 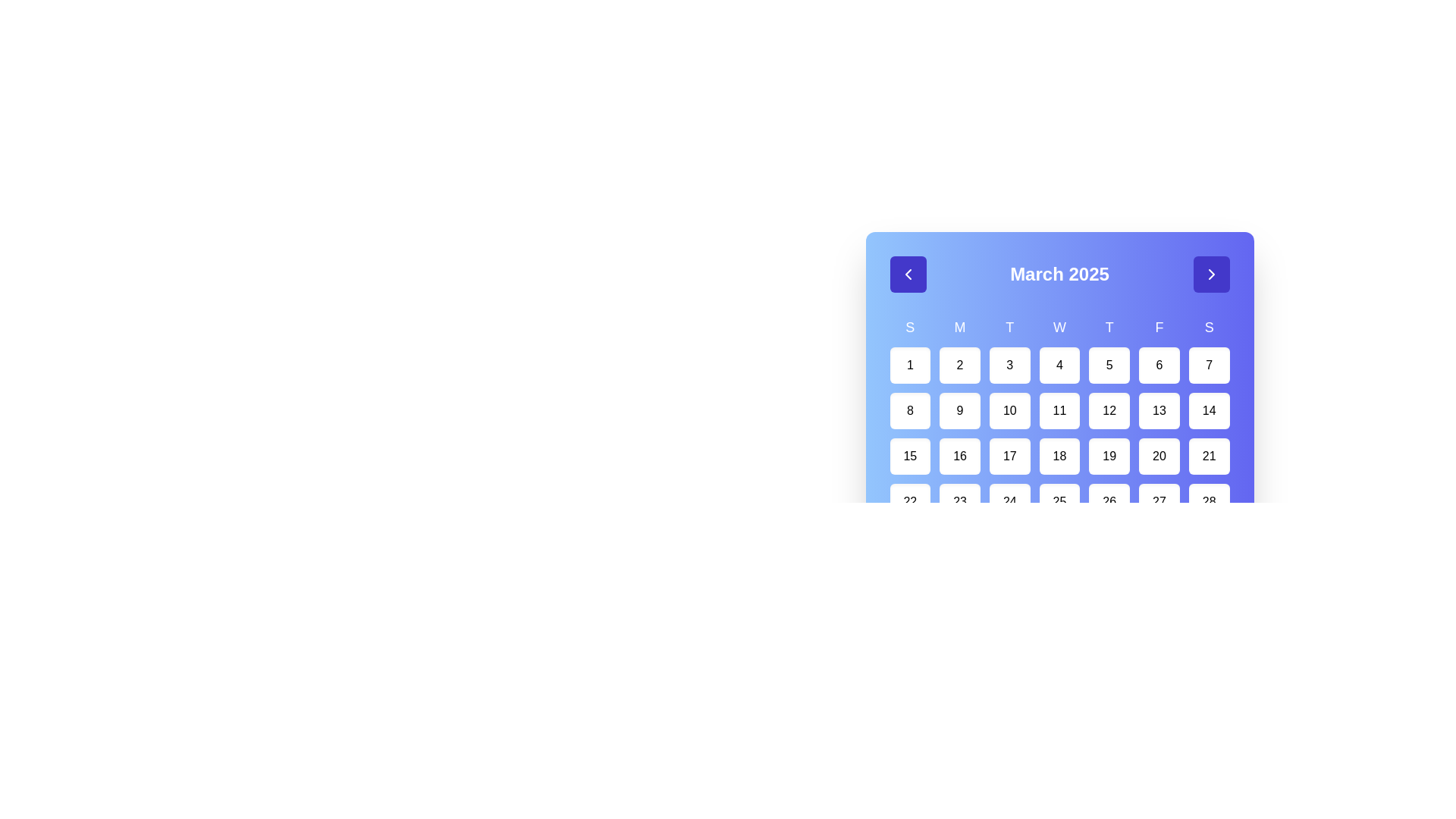 I want to click on the button displaying the number '8' in a bold font, located in the second row and first column of the calendar grid, so click(x=910, y=411).